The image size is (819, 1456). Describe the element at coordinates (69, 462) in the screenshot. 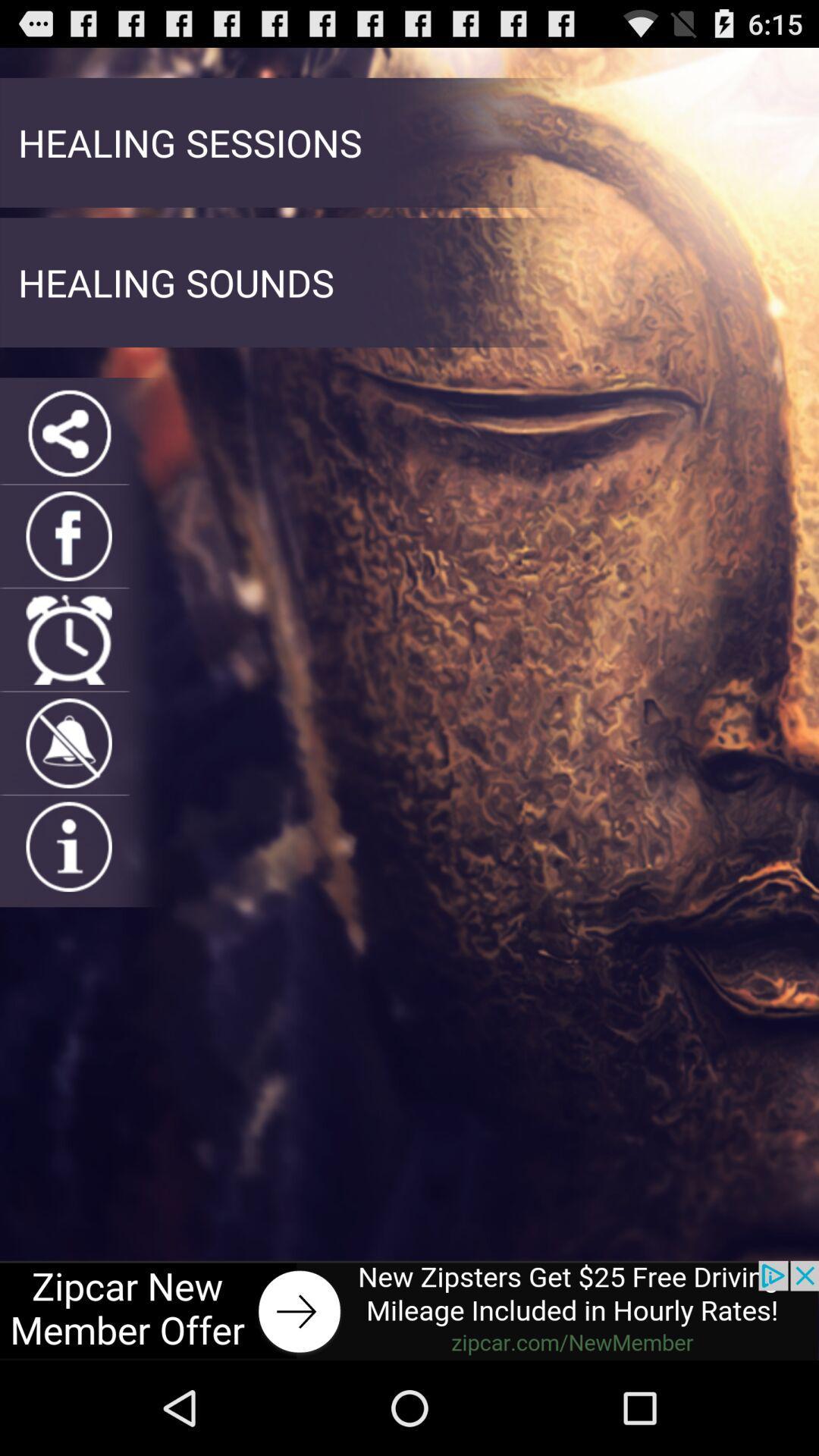

I see `the share icon` at that location.